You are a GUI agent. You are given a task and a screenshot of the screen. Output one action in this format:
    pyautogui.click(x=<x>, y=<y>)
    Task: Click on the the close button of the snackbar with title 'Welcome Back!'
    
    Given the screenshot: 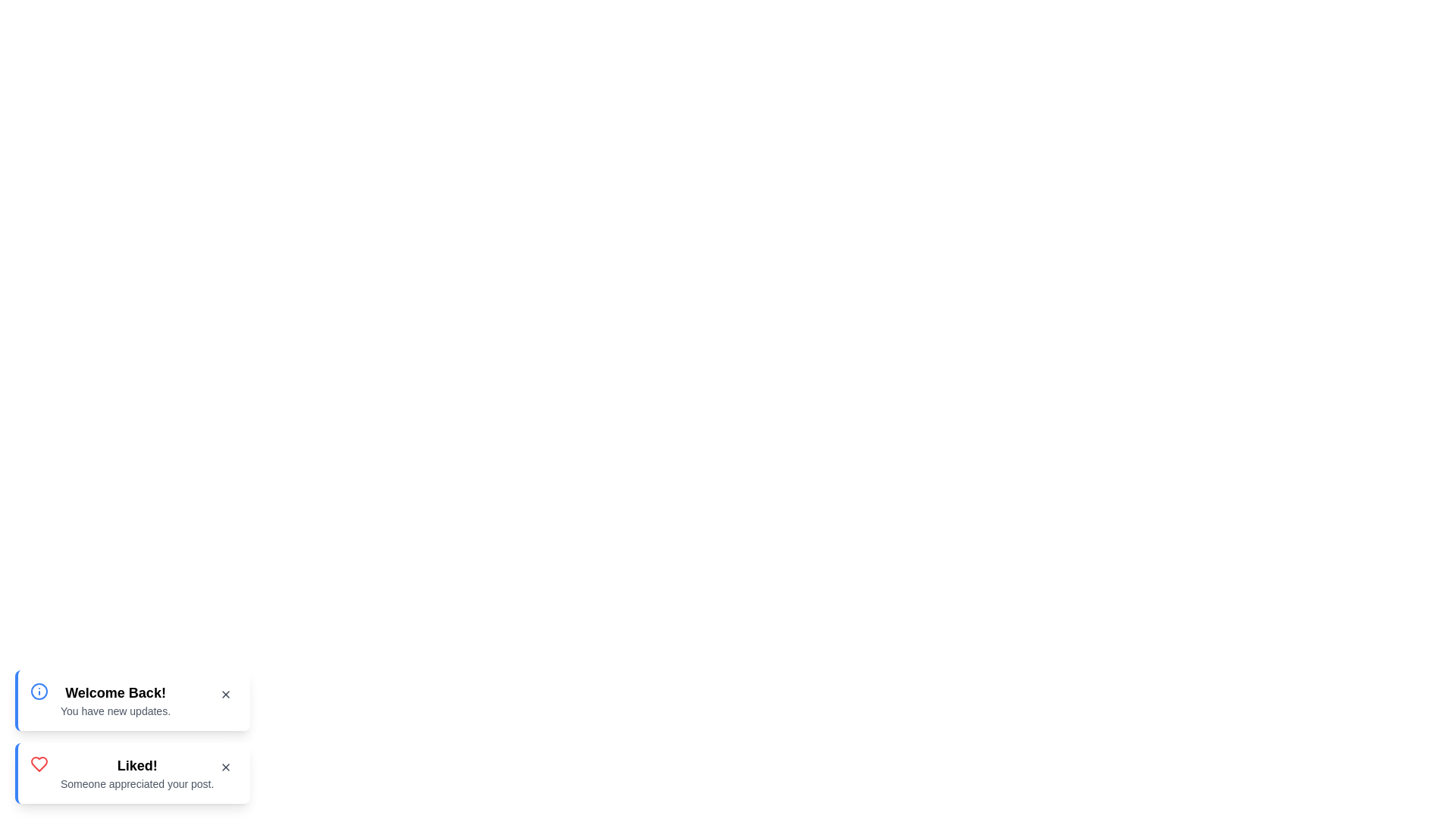 What is the action you would take?
    pyautogui.click(x=225, y=694)
    